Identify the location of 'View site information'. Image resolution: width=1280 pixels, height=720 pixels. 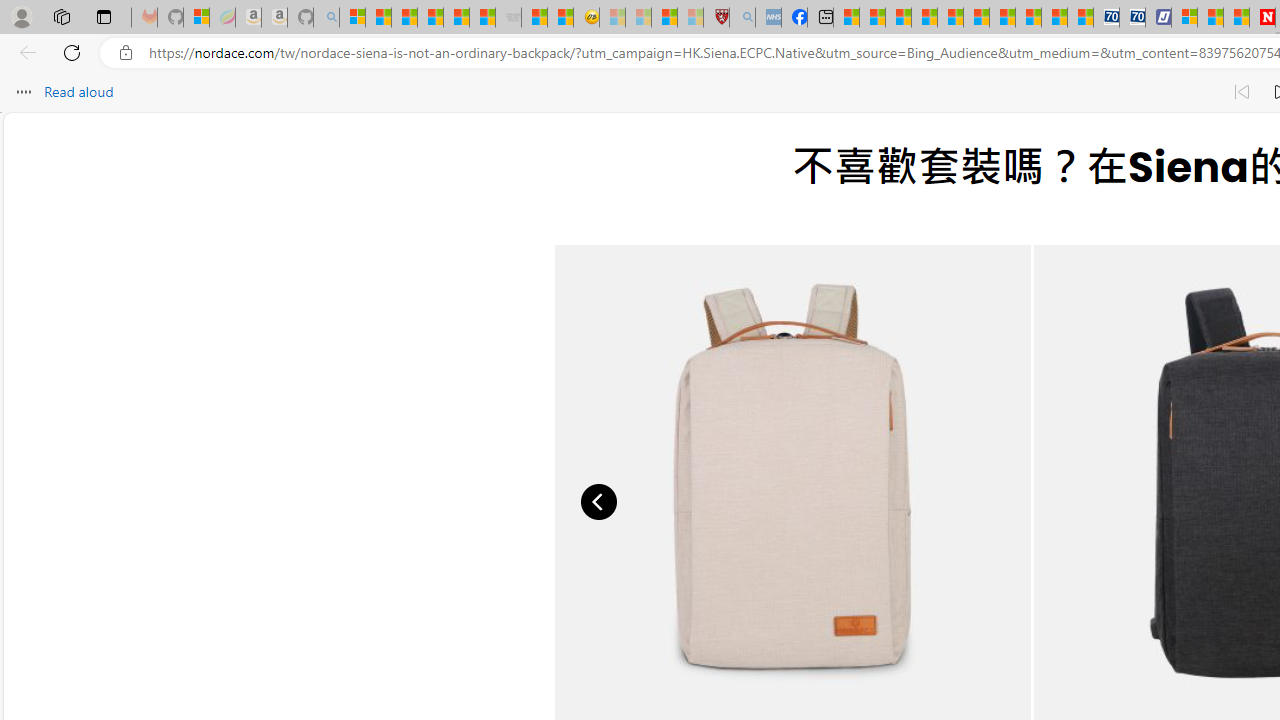
(125, 52).